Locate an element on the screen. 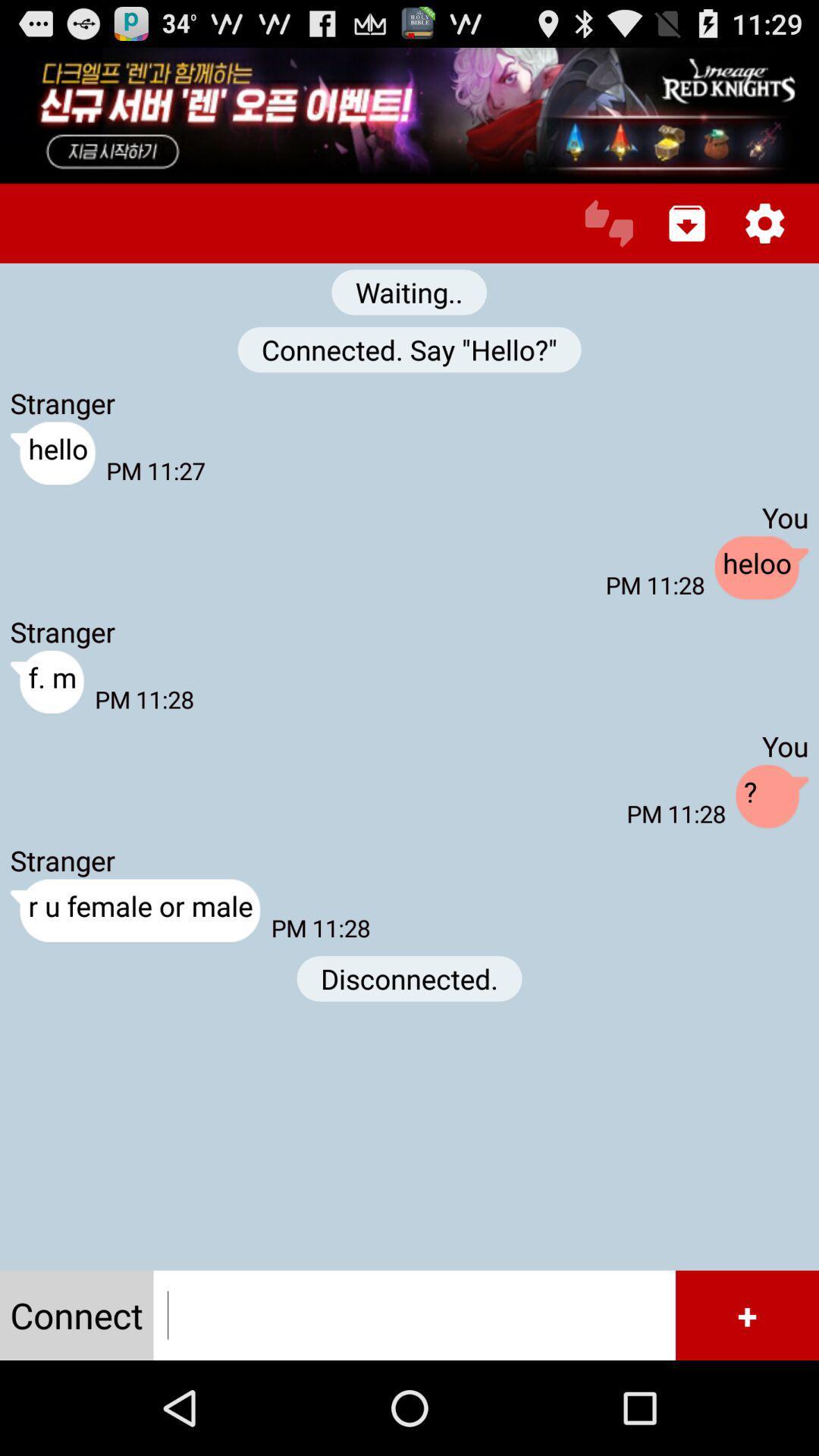 The width and height of the screenshot is (819, 1456). the arrow_downward icon is located at coordinates (687, 238).